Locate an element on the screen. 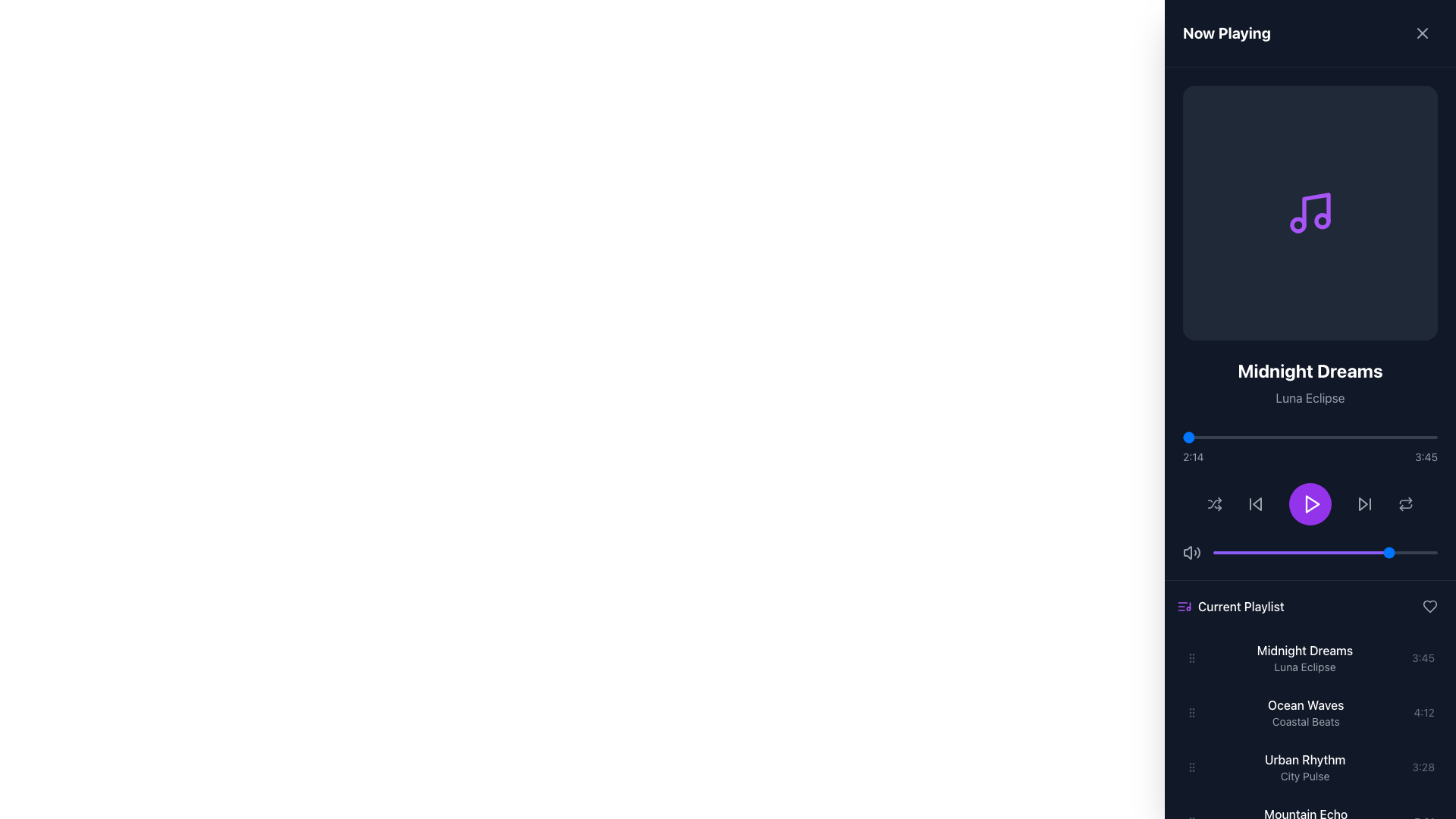  the slider value is located at coordinates (1309, 553).